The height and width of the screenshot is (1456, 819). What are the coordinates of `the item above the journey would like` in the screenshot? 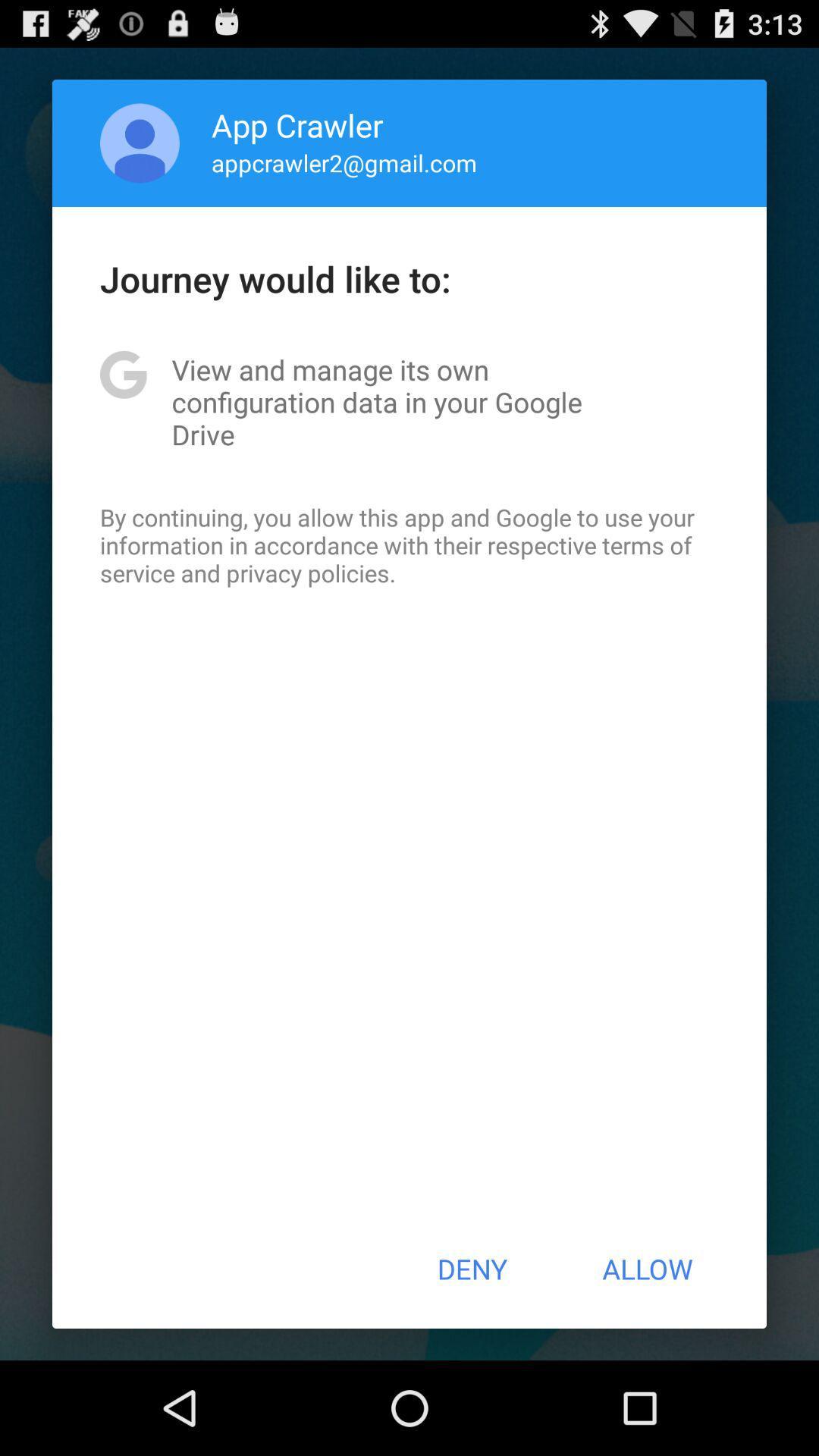 It's located at (140, 143).